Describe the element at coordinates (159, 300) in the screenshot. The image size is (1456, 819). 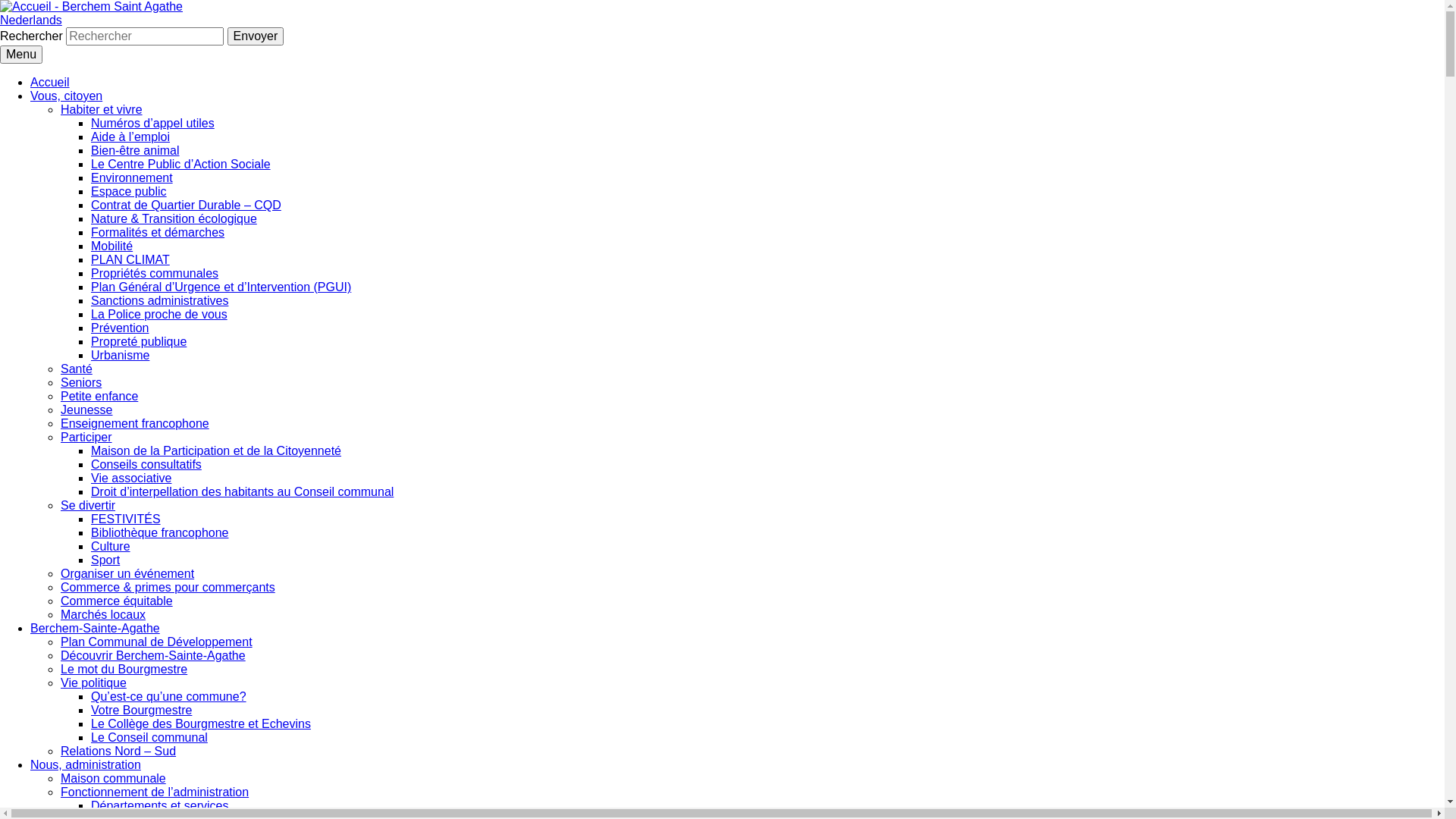
I see `'Sanctions administratives'` at that location.